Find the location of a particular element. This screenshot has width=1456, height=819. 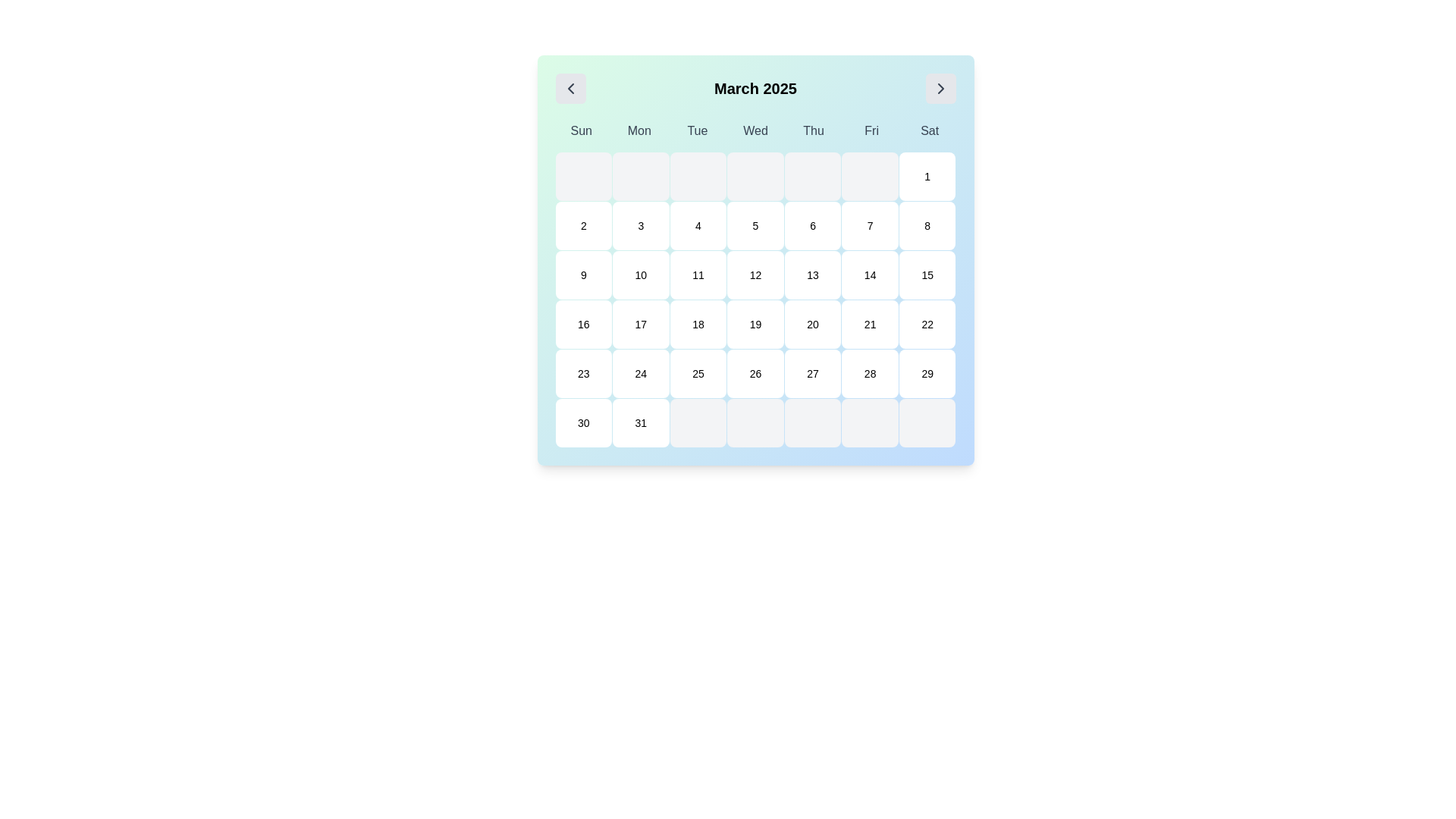

the last cell in the last row of the calendar grid, located in the bottom-right corner of the calendar interface is located at coordinates (927, 423).